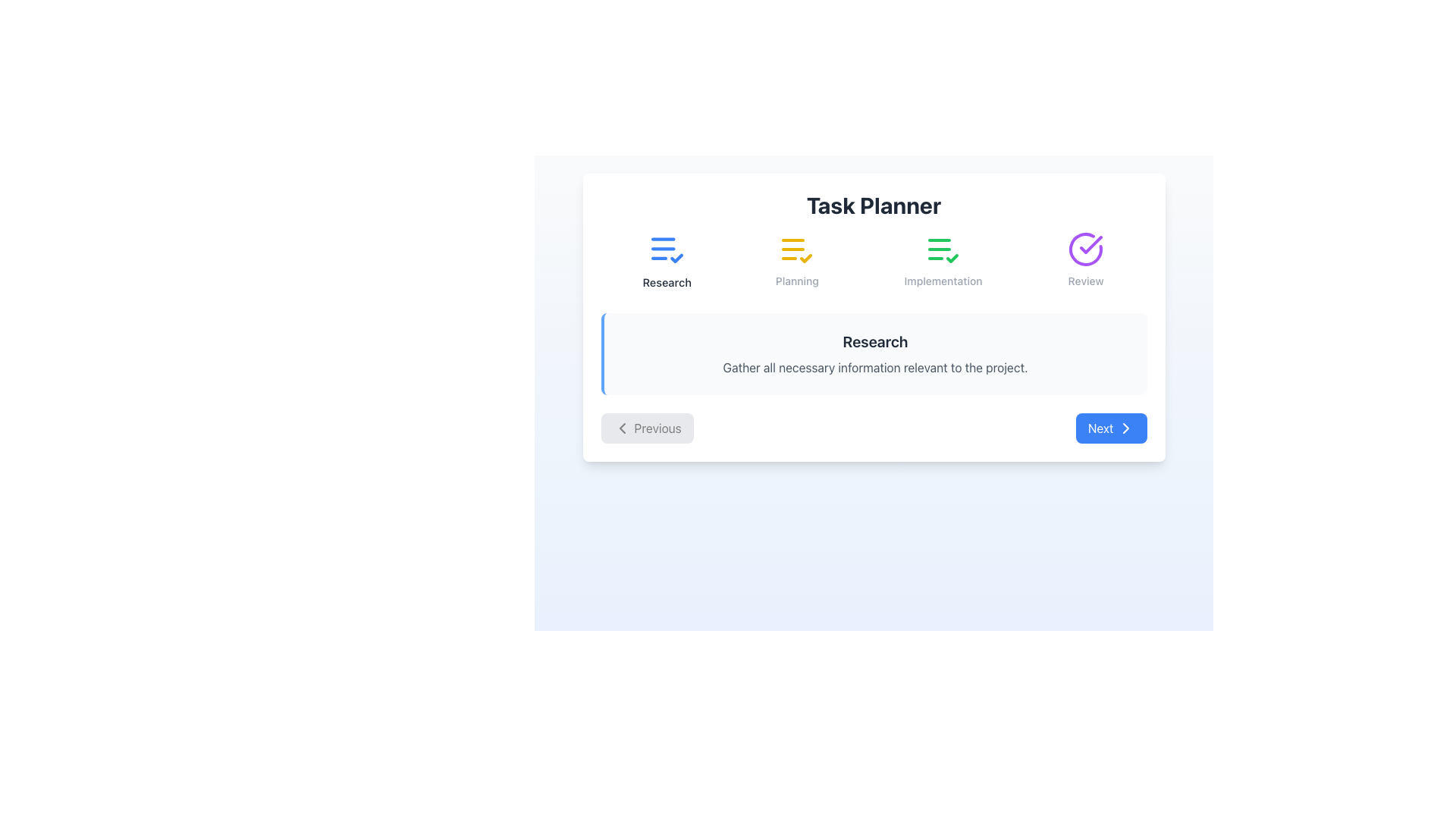 The height and width of the screenshot is (819, 1456). I want to click on the 'Planning' icon, which is the second item in a horizontal sequence of four icons labeled 'Research', 'Planning', 'Implementation', and 'Review', so click(796, 259).